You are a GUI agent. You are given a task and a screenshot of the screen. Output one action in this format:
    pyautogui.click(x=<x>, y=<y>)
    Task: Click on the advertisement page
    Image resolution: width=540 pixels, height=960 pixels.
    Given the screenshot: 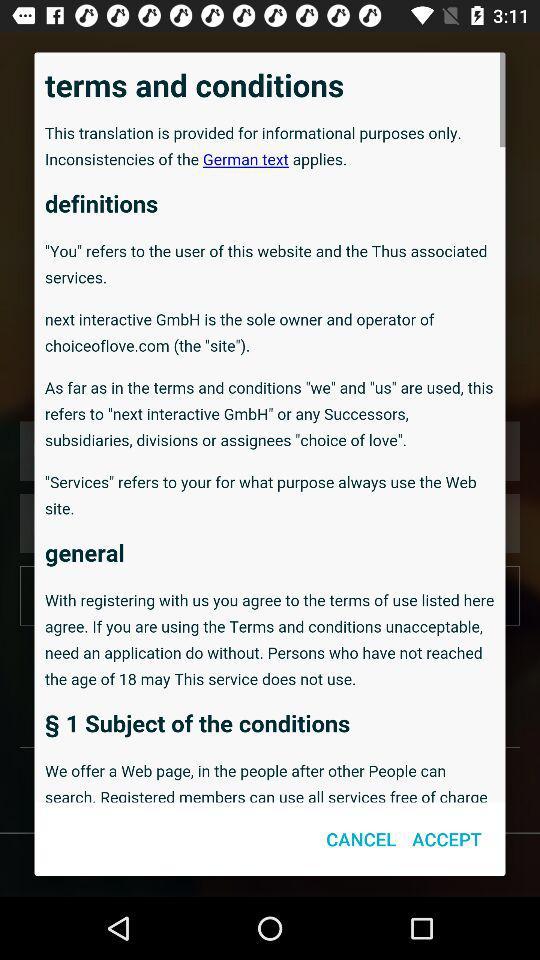 What is the action you would take?
    pyautogui.click(x=270, y=427)
    